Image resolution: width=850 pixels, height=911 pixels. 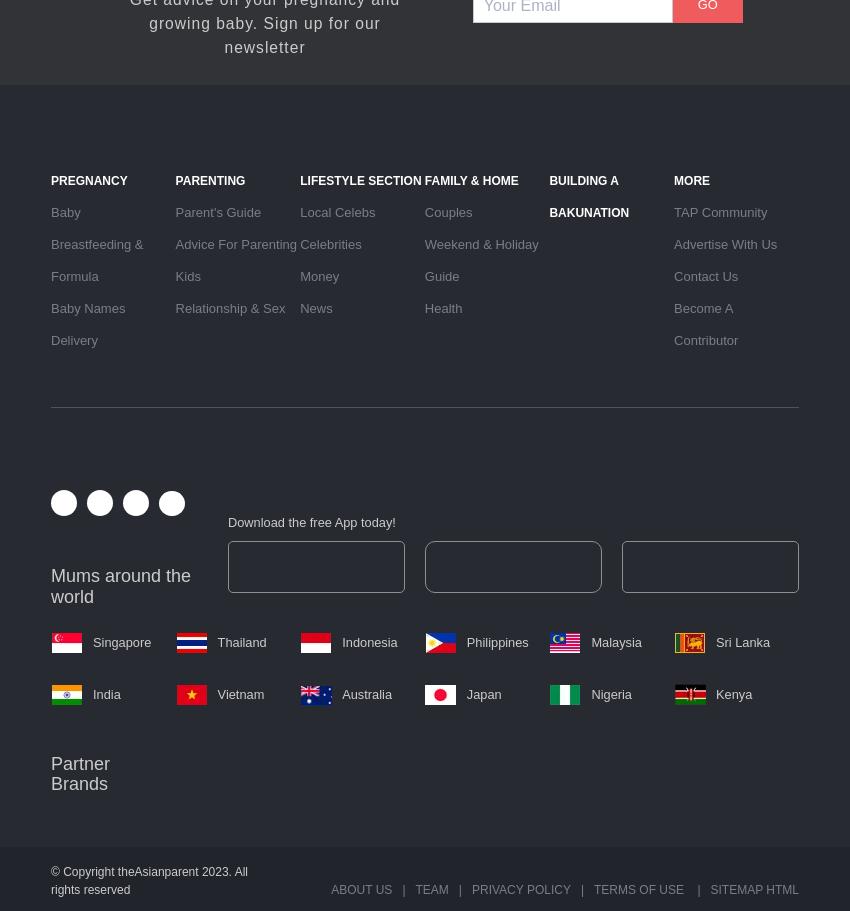 I want to click on 'Thailand', so click(x=217, y=641).